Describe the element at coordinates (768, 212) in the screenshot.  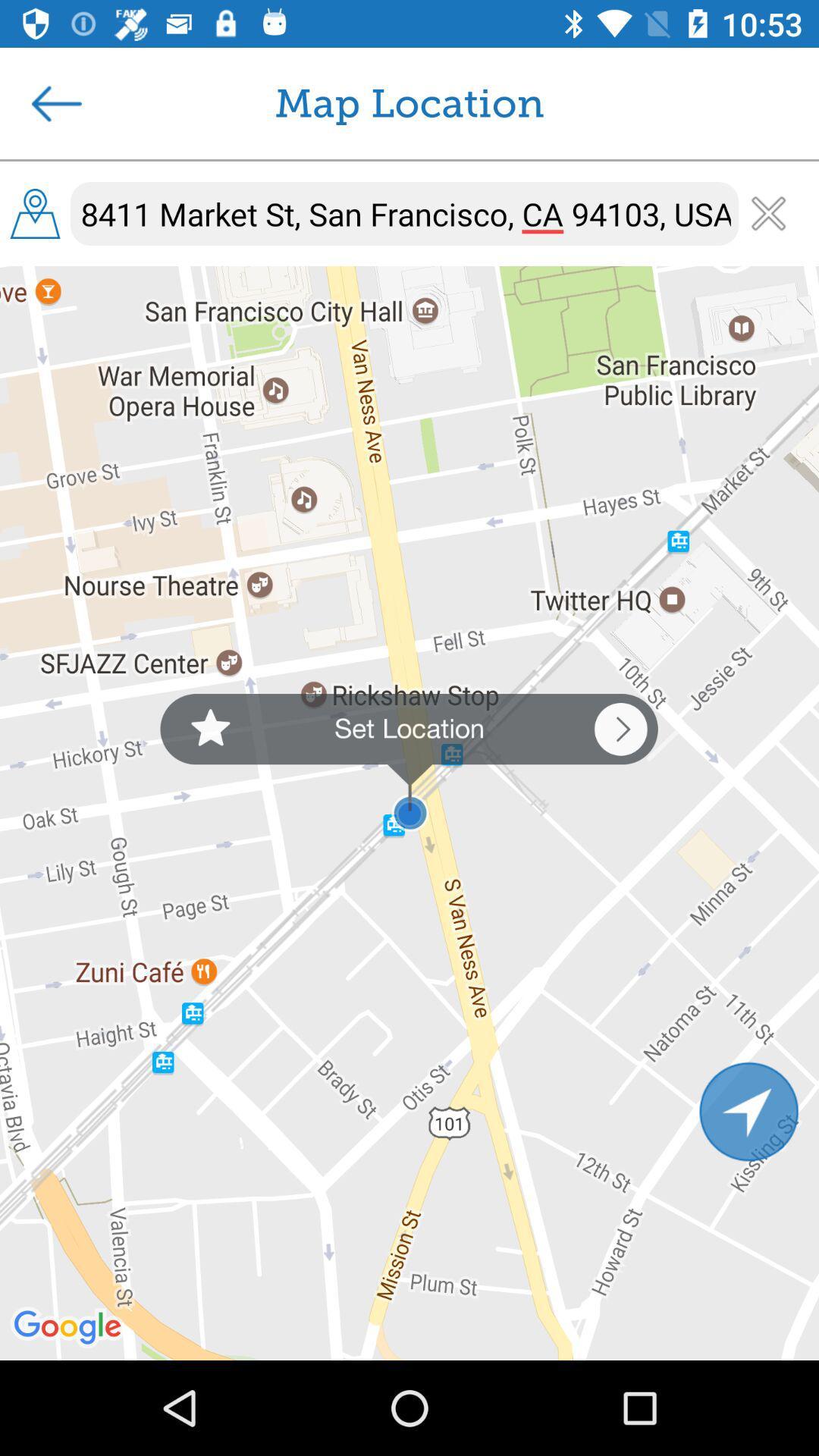
I see `clear the search field` at that location.